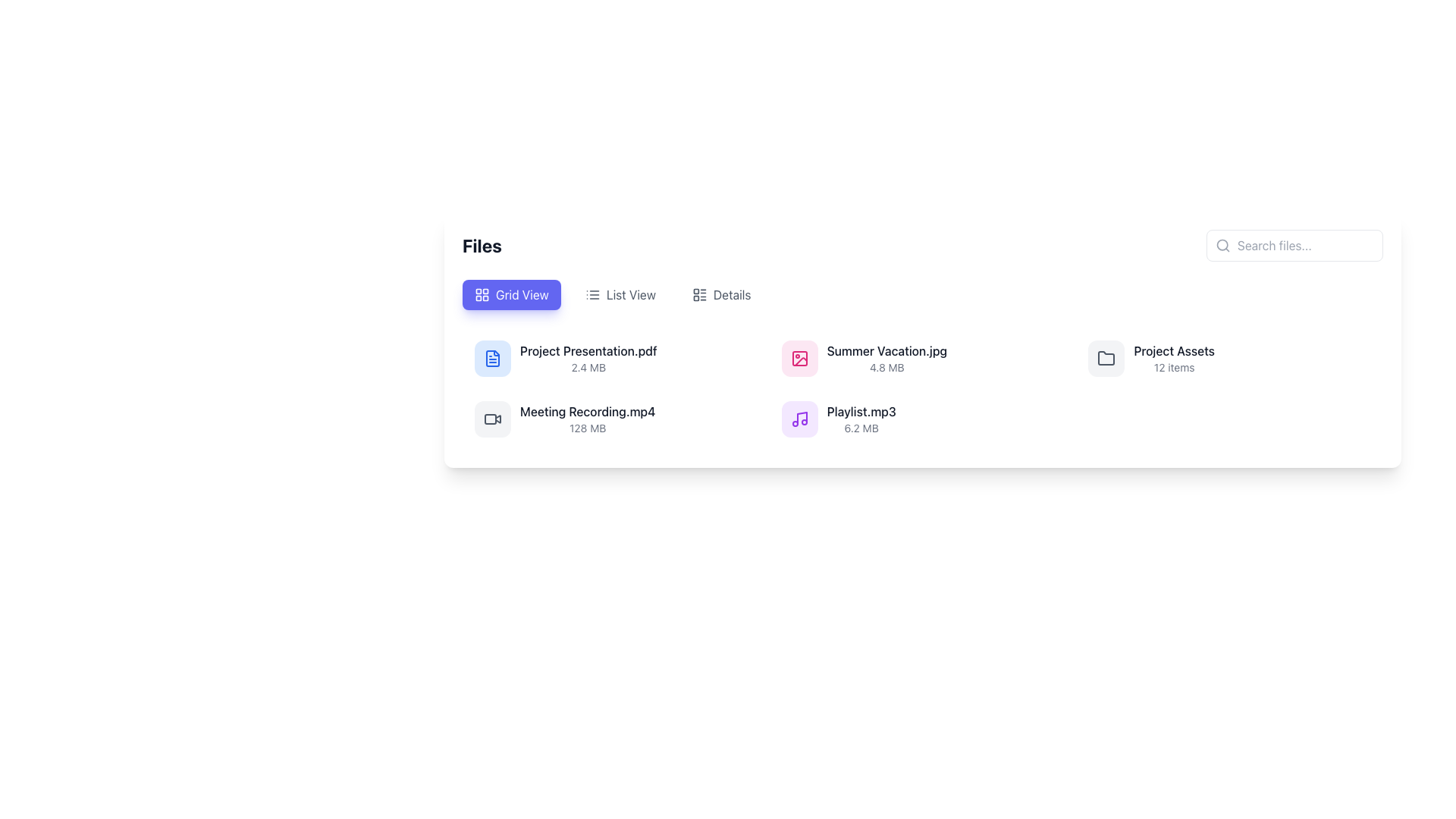 The image size is (1456, 819). What do you see at coordinates (799, 359) in the screenshot?
I see `the central rectangle of the SVG icon representing an image file placeholder, located near the 'Summer Vacation.jpg' label` at bounding box center [799, 359].